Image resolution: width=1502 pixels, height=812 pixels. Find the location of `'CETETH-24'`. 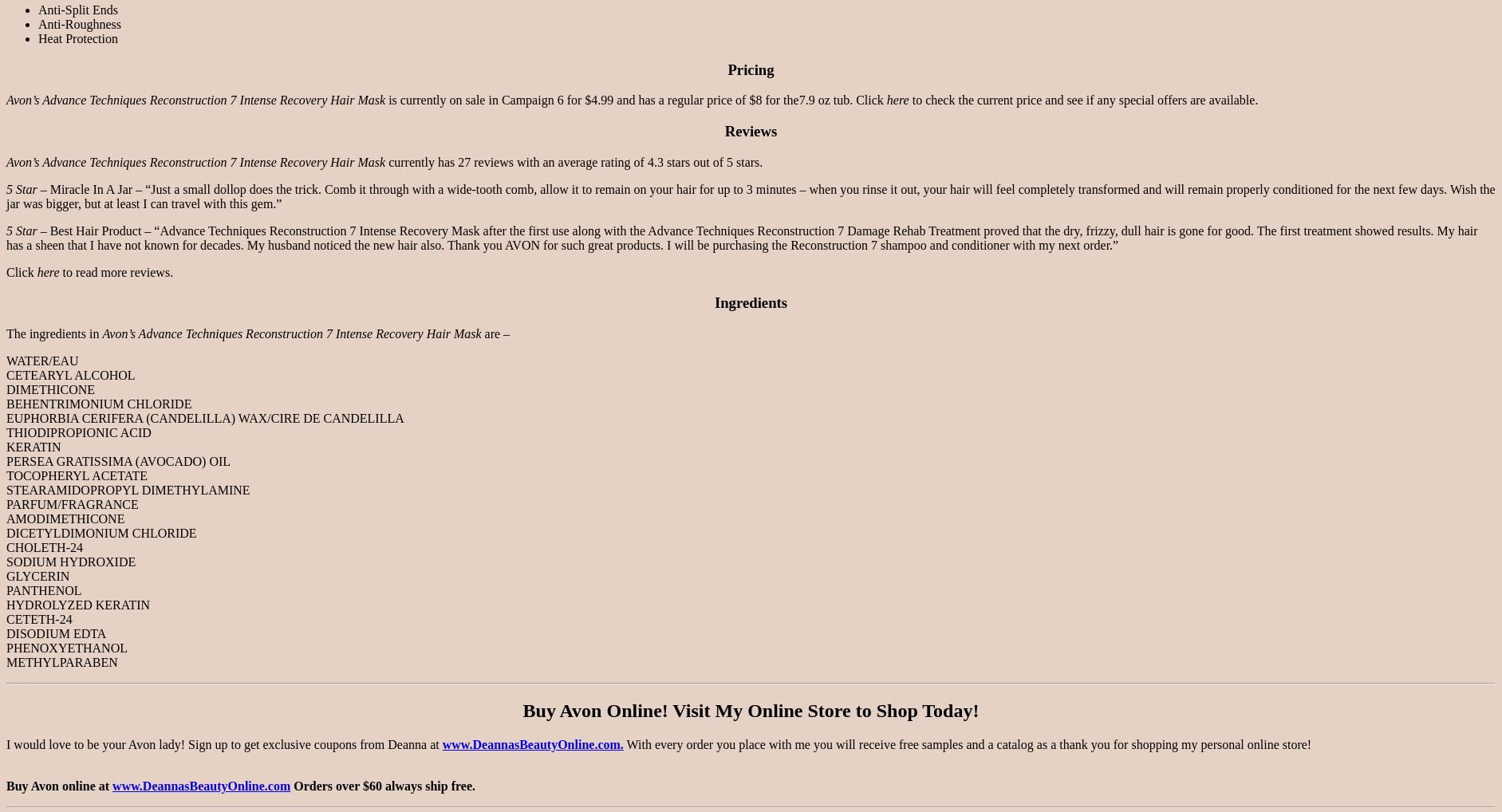

'CETETH-24' is located at coordinates (37, 619).